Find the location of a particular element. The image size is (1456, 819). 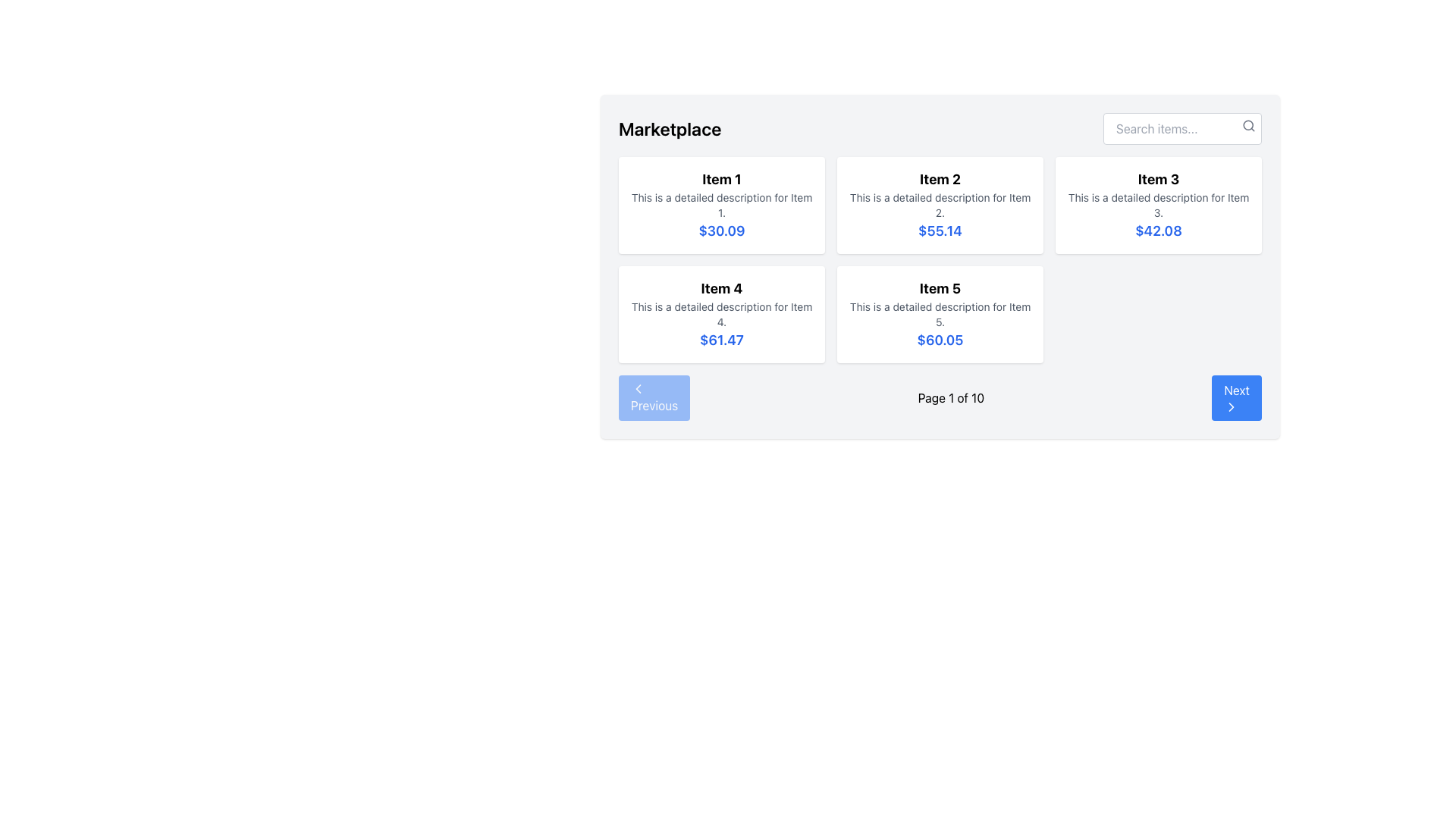

details of the Card Component displaying 'Item 1' with a price of '$30.09' located in the top-left corner of the grid layout is located at coordinates (720, 205).